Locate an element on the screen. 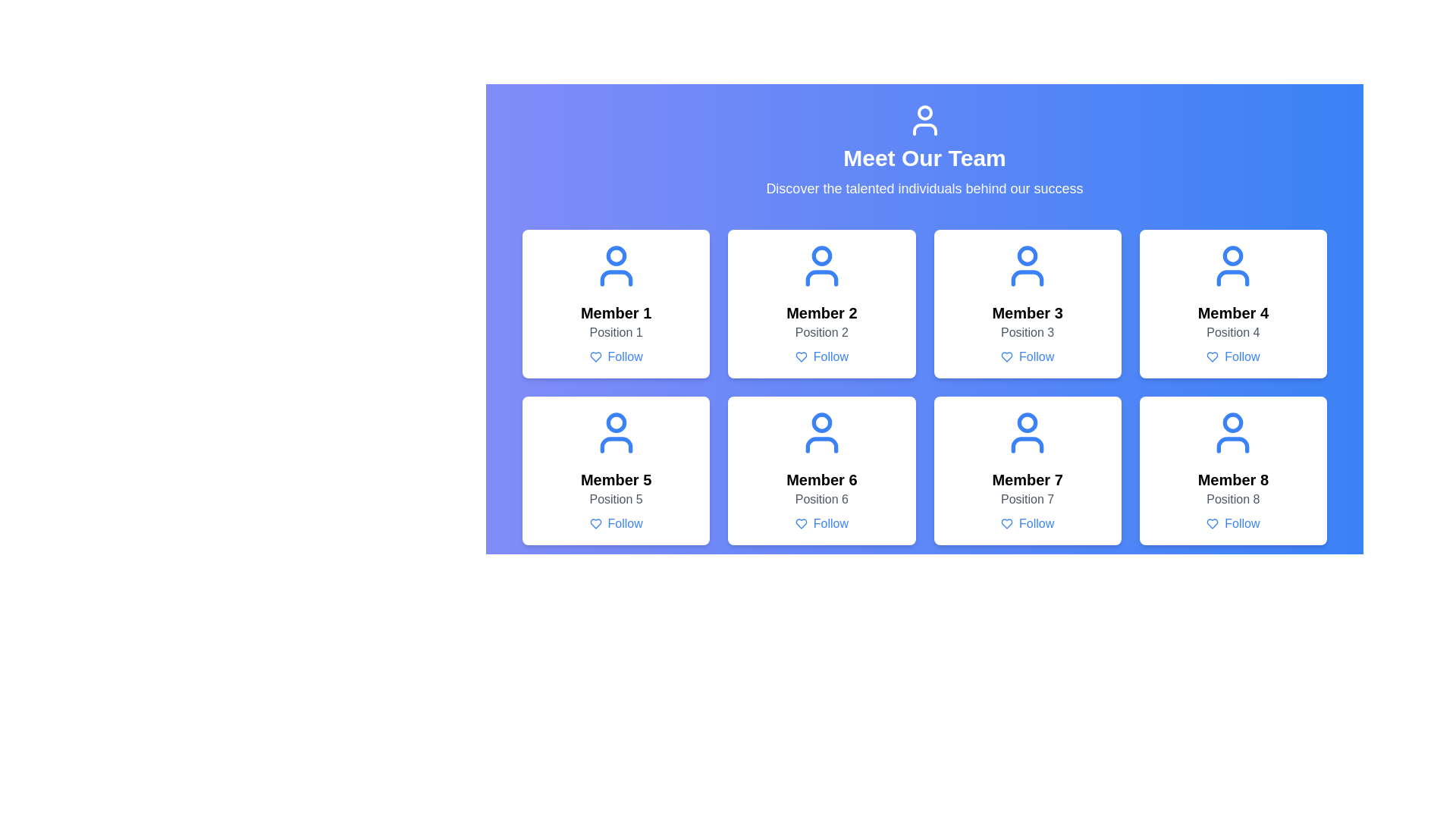  the text label that provides information about the position of the person represented in the third card from the left in the top row of a grid layout is located at coordinates (1028, 332).